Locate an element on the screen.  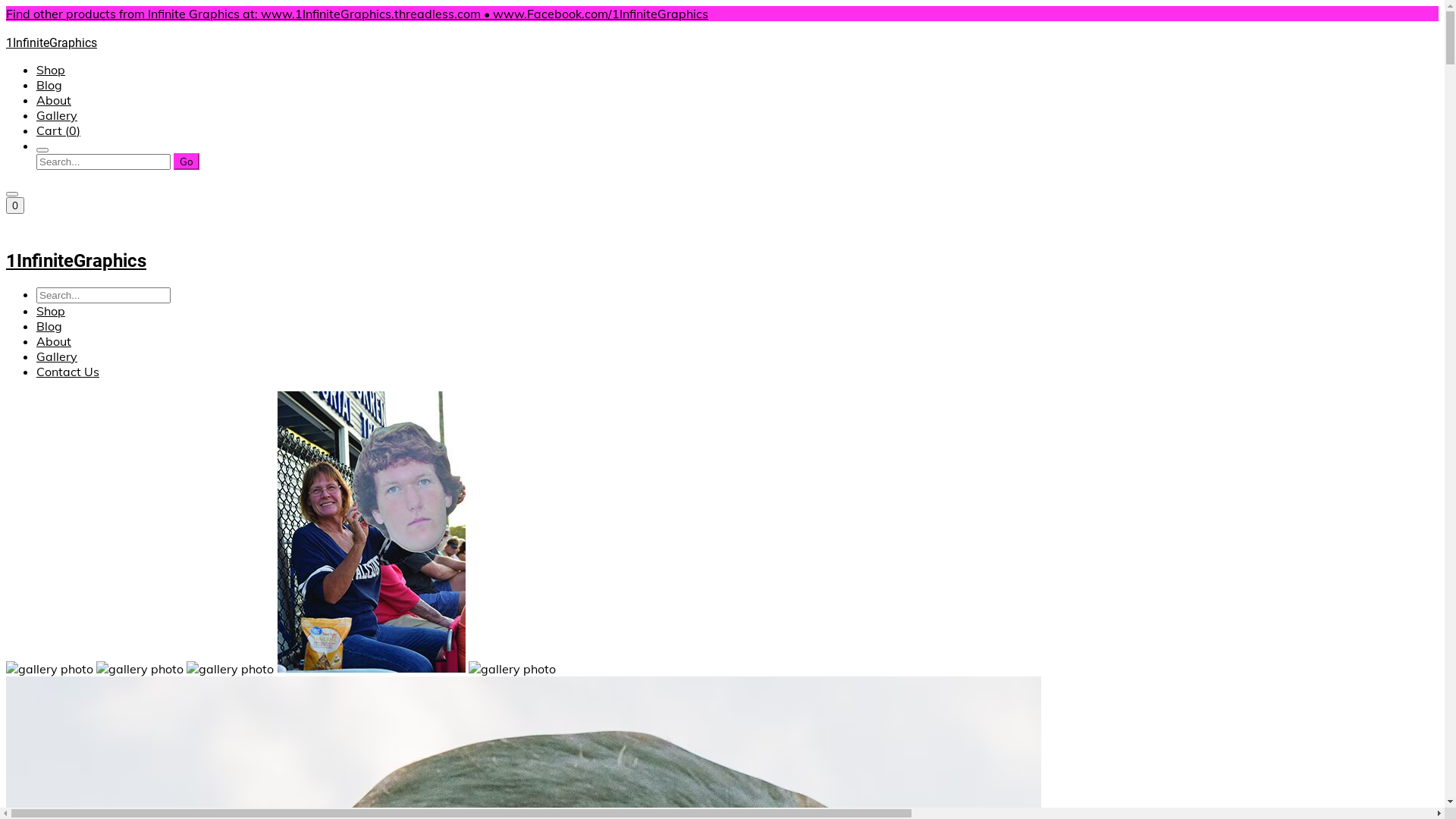
'Contact Us' is located at coordinates (67, 371).